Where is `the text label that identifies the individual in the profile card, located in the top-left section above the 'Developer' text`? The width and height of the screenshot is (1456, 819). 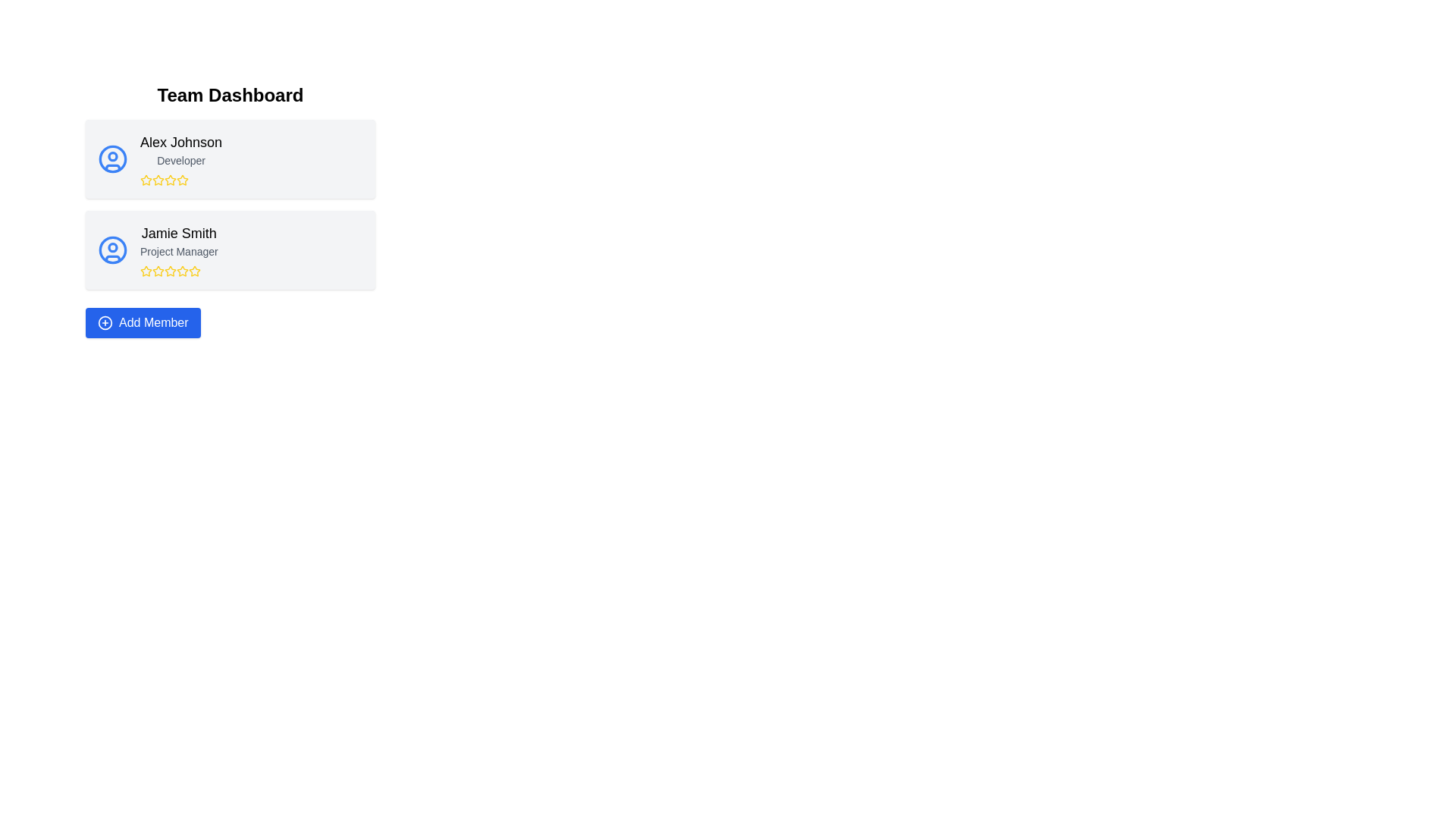 the text label that identifies the individual in the profile card, located in the top-left section above the 'Developer' text is located at coordinates (181, 143).